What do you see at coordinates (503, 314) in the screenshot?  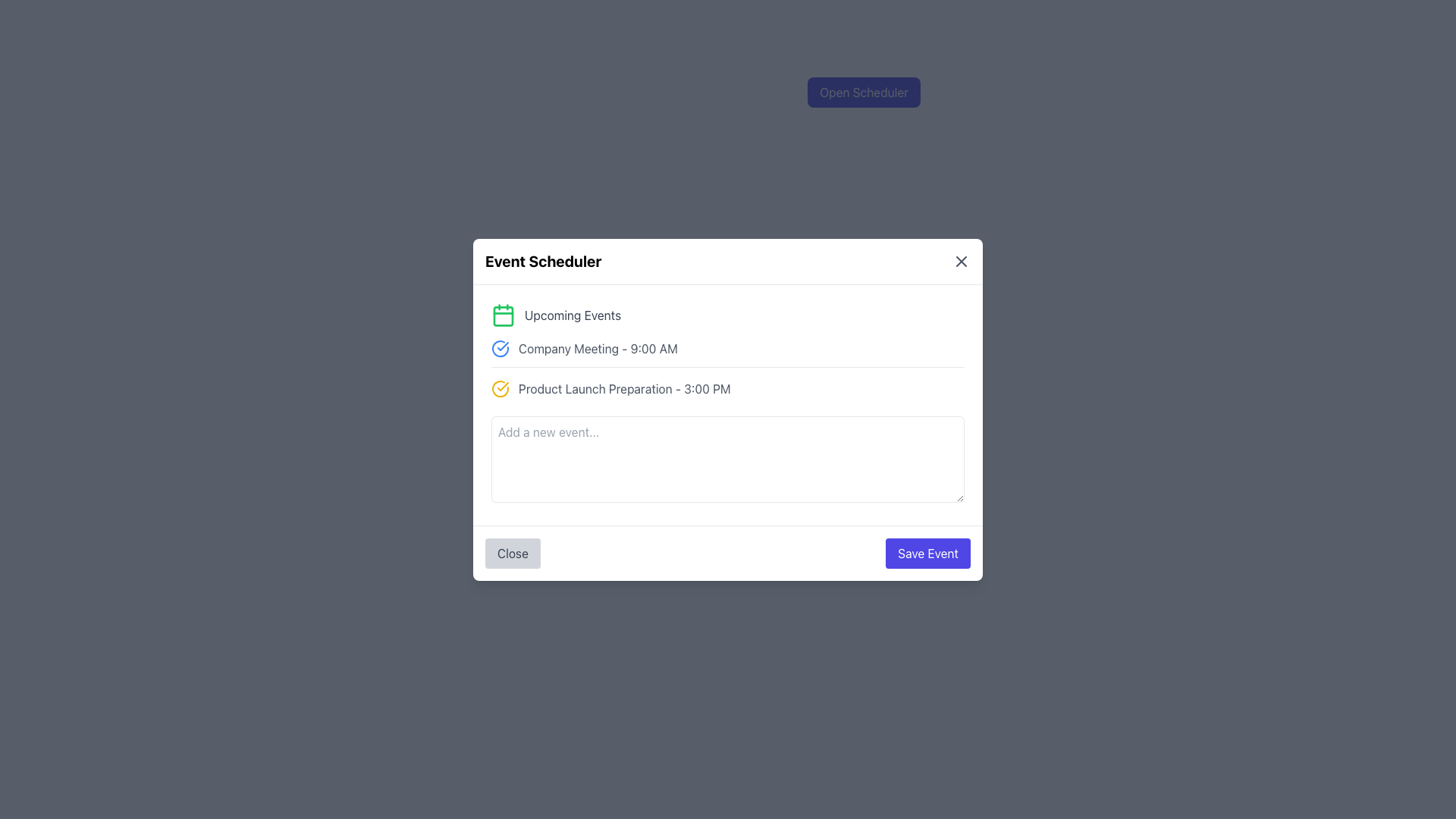 I see `the calendar icon that represents the upcoming events section in the scheduler, positioned to the left of the title 'Upcoming Events'` at bounding box center [503, 314].